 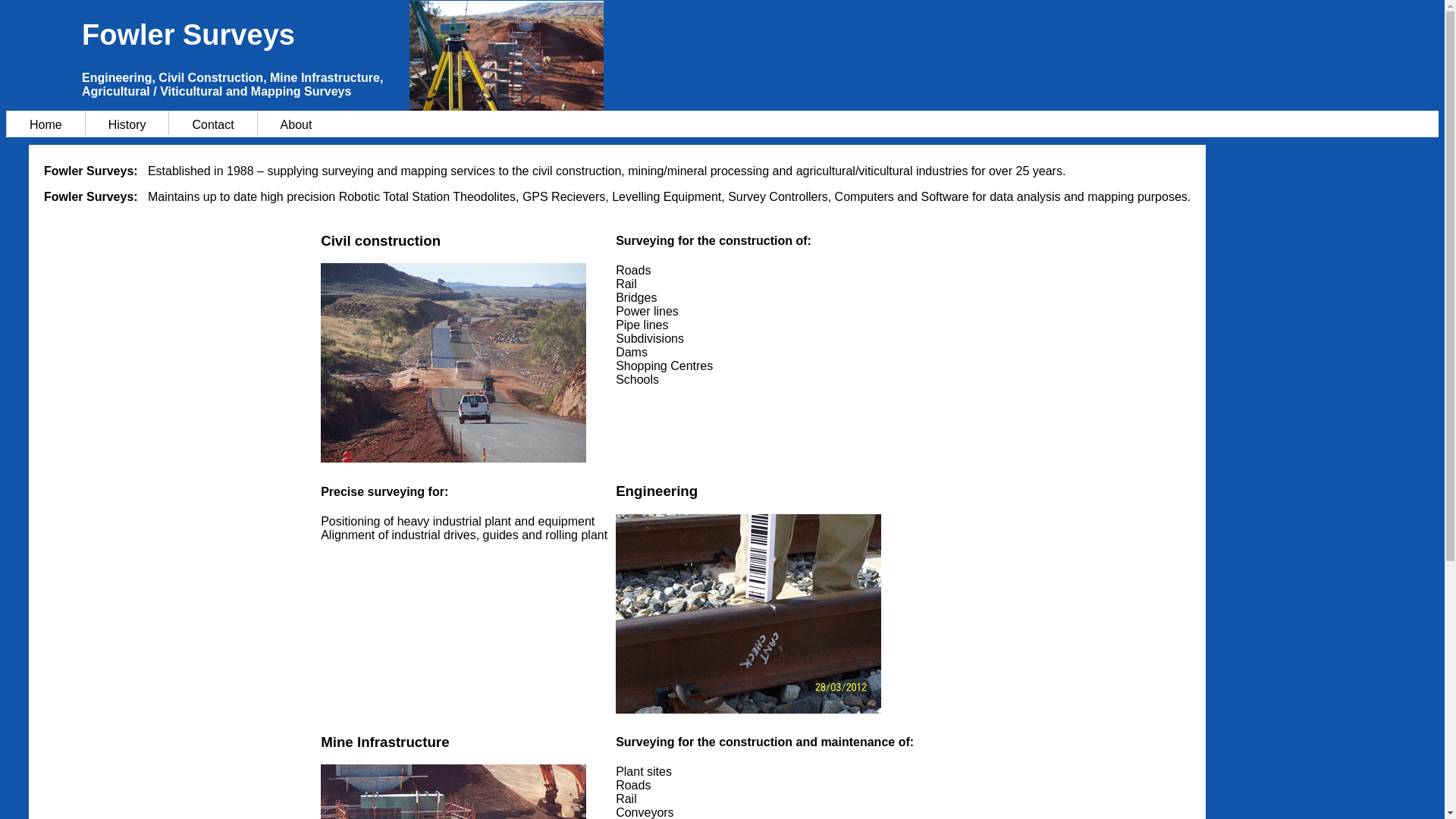 What do you see at coordinates (319, 362) in the screenshot?
I see `'civil construction'` at bounding box center [319, 362].